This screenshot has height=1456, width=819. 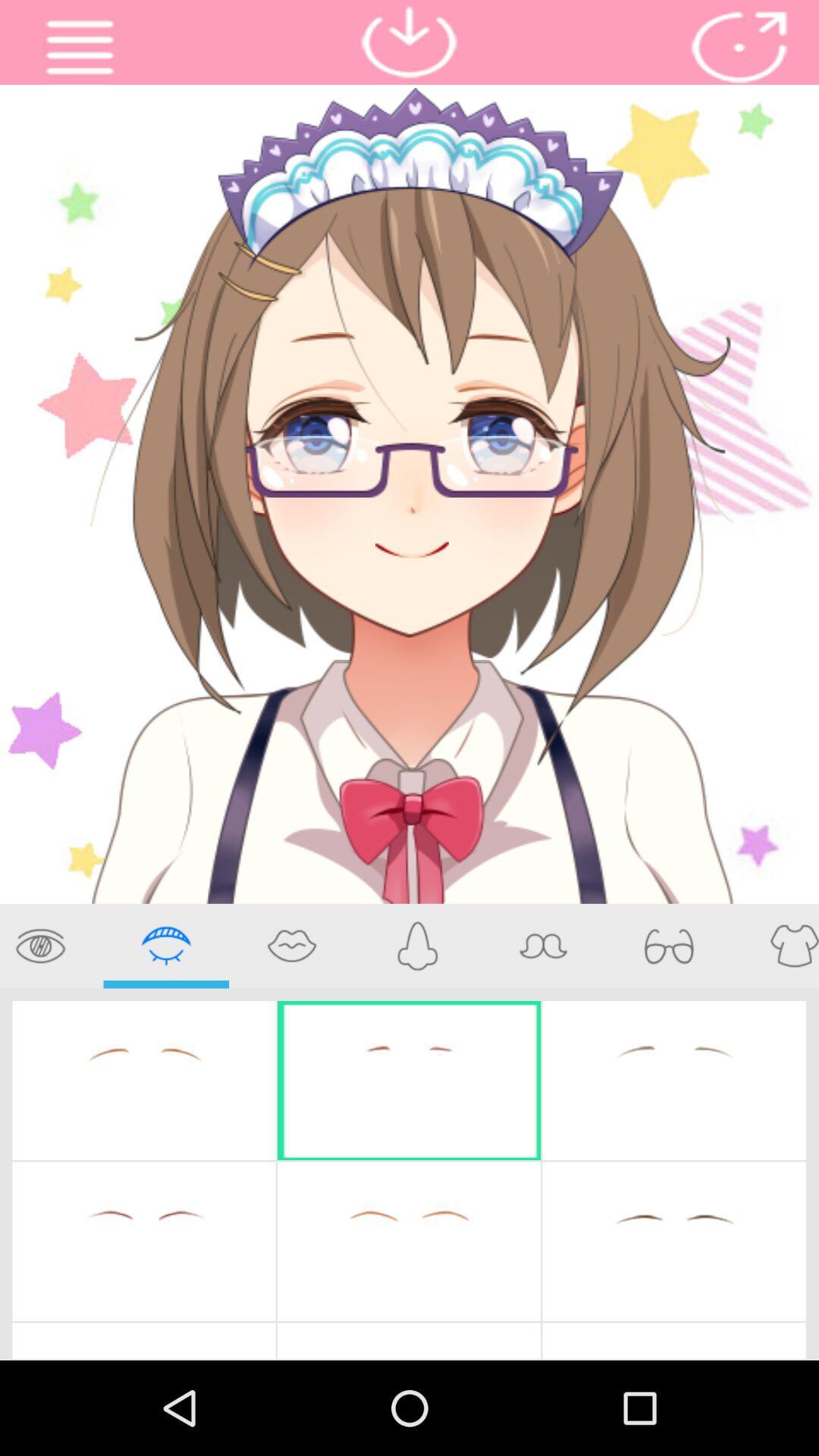 I want to click on the menu icon, so click(x=80, y=51).